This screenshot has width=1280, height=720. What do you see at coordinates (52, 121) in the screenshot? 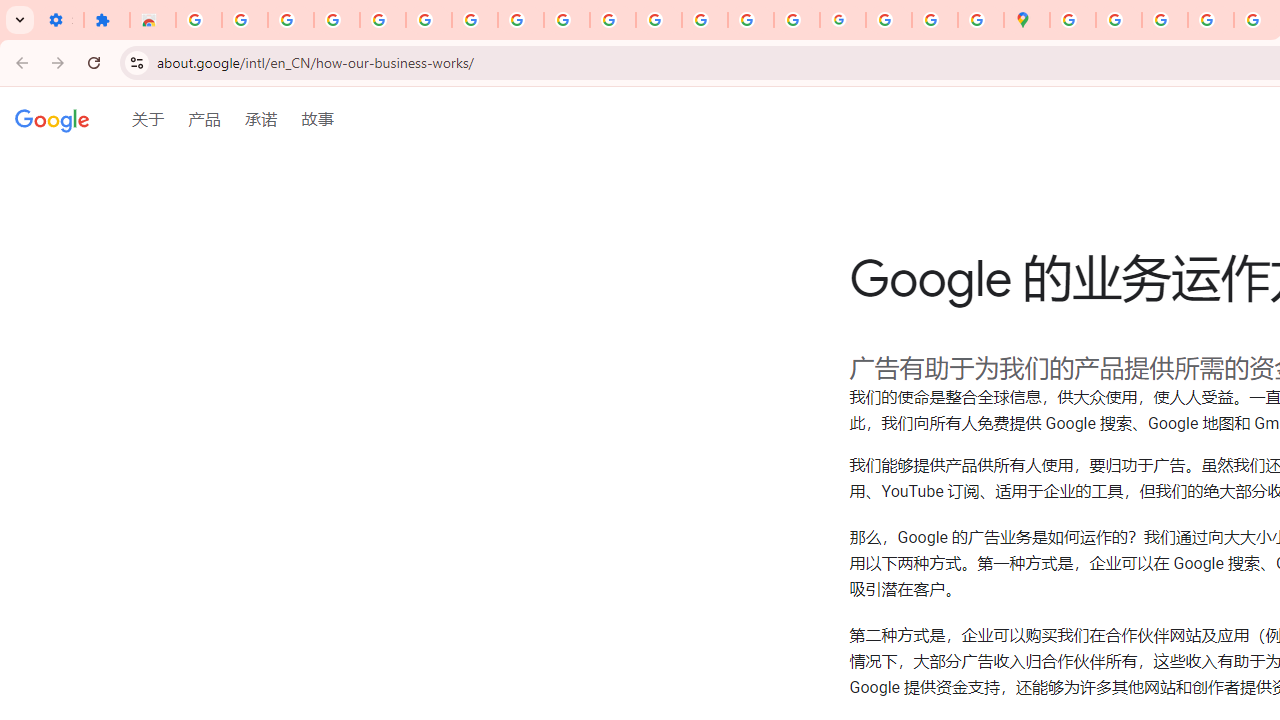
I see `'Google'` at bounding box center [52, 121].